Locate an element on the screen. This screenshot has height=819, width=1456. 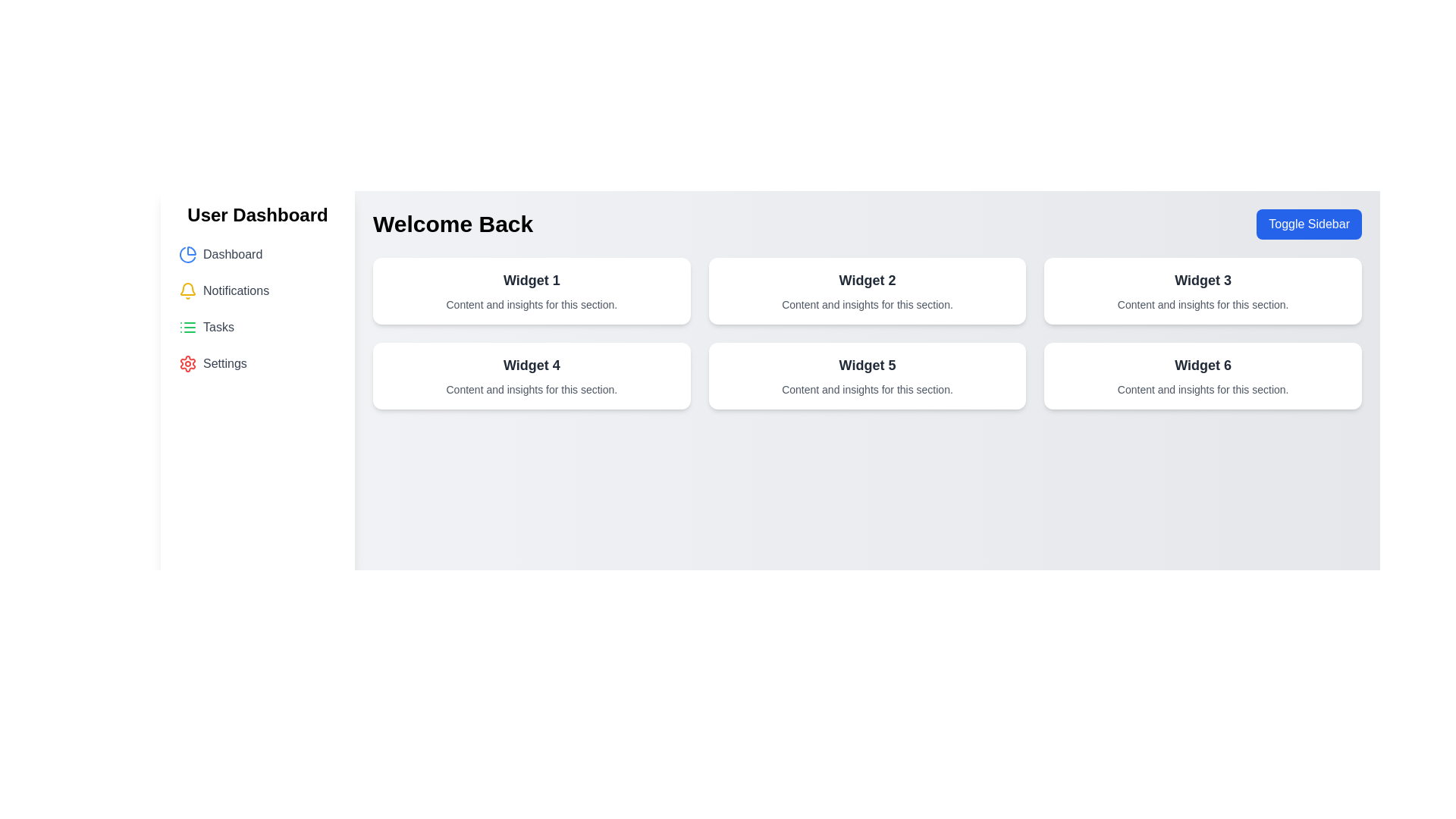
the notification icon, which is part of the notifications menu, indicating updates or alerts is located at coordinates (187, 289).